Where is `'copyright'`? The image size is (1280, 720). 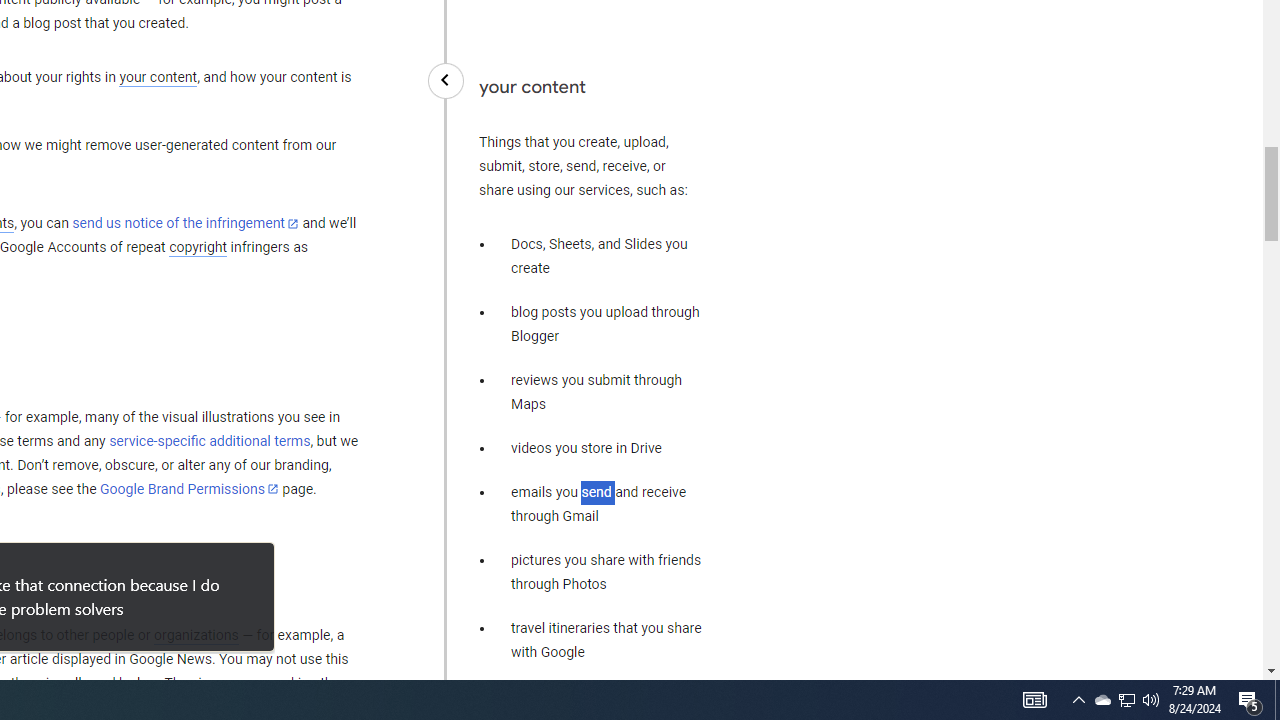 'copyright' is located at coordinates (198, 247).